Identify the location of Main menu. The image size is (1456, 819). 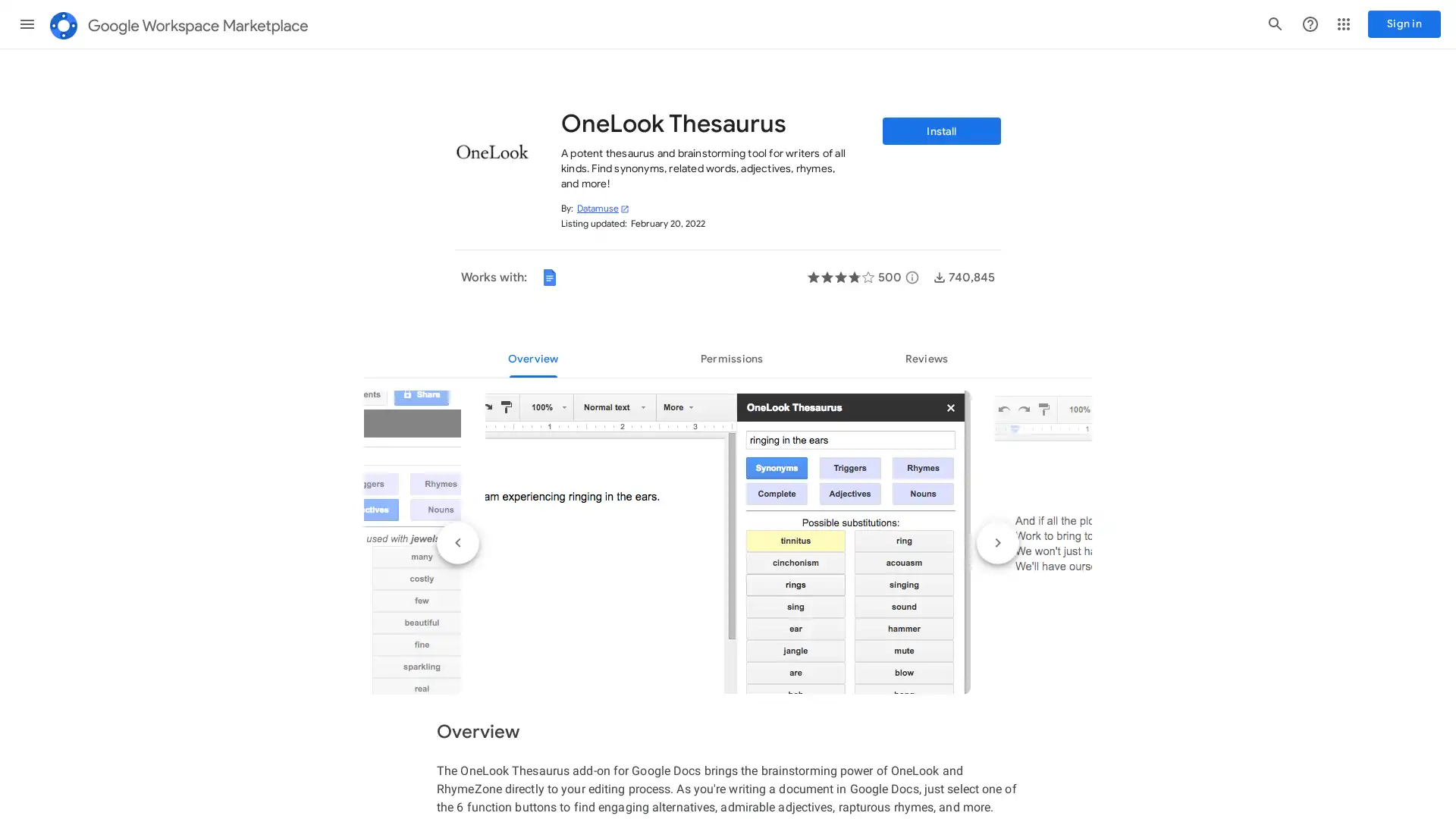
(27, 24).